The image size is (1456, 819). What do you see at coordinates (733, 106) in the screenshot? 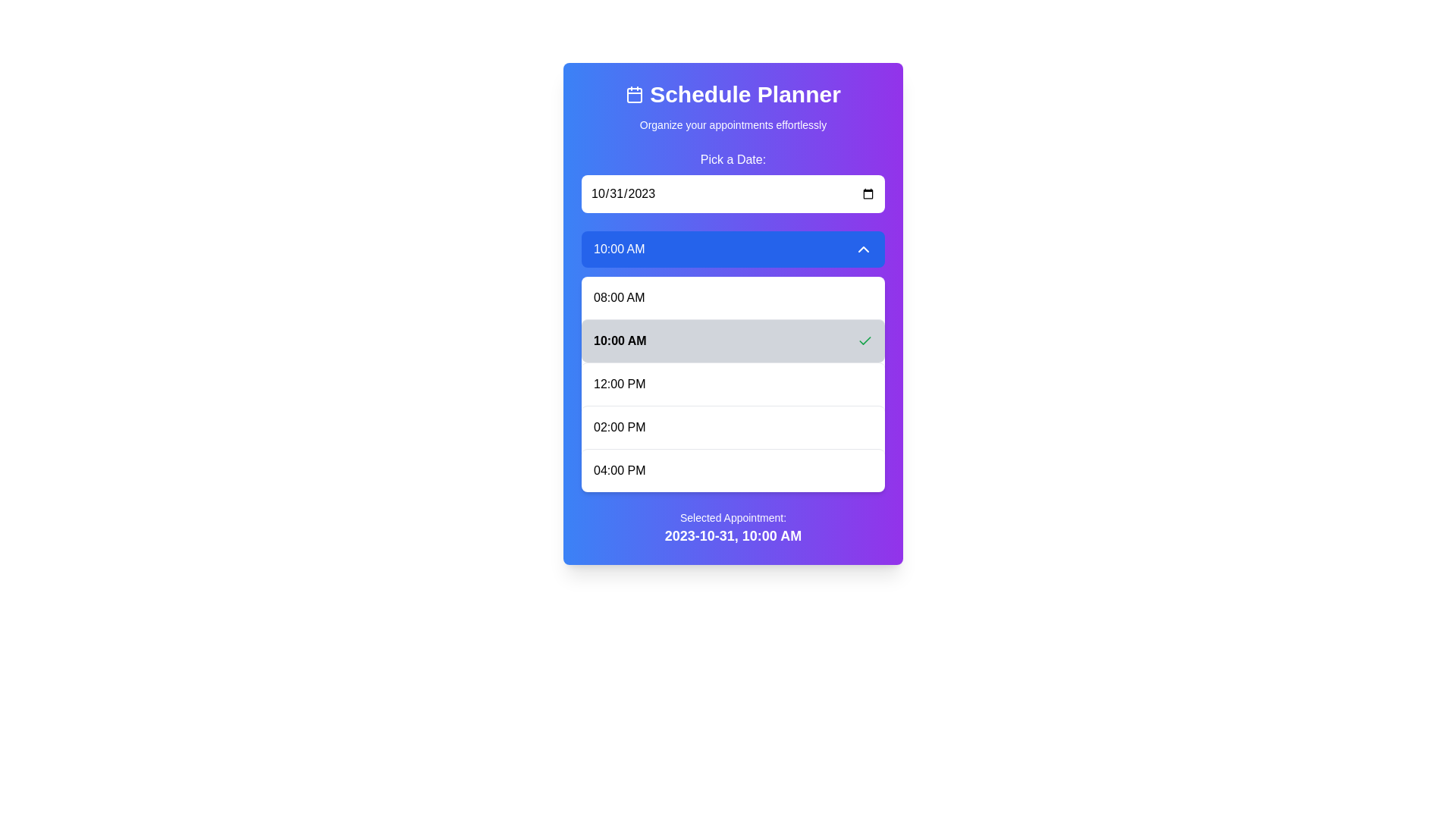
I see `the Header section that provides an overview of the dialog's purpose and assists in managing scheduling tasks, located at the top of the dialog window and centered horizontally` at bounding box center [733, 106].